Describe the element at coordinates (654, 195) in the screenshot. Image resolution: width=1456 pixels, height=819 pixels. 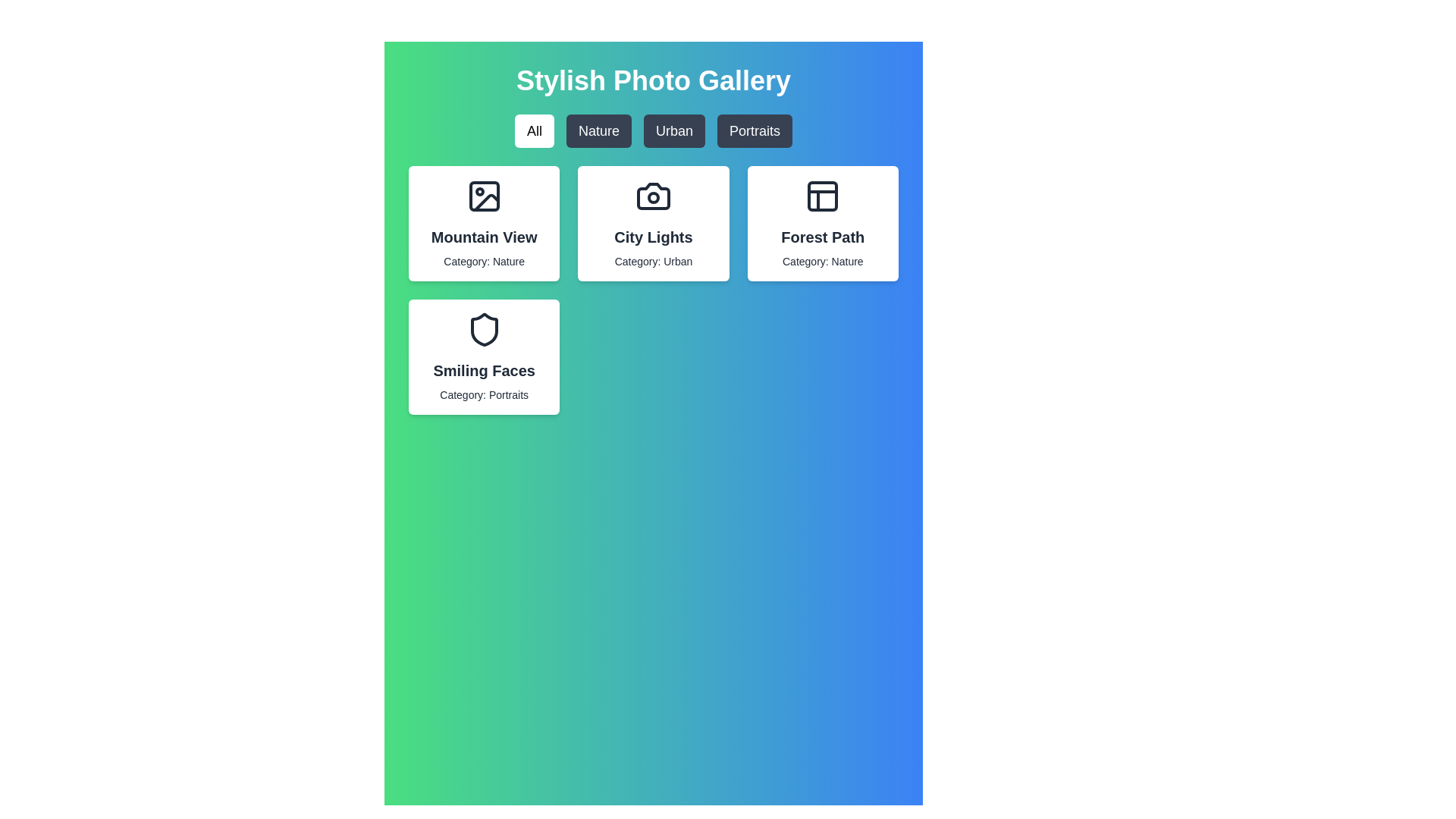
I see `the camera icon located at the top-center of the 'City Lights' card, which features a monochromatic dark line art design` at that location.